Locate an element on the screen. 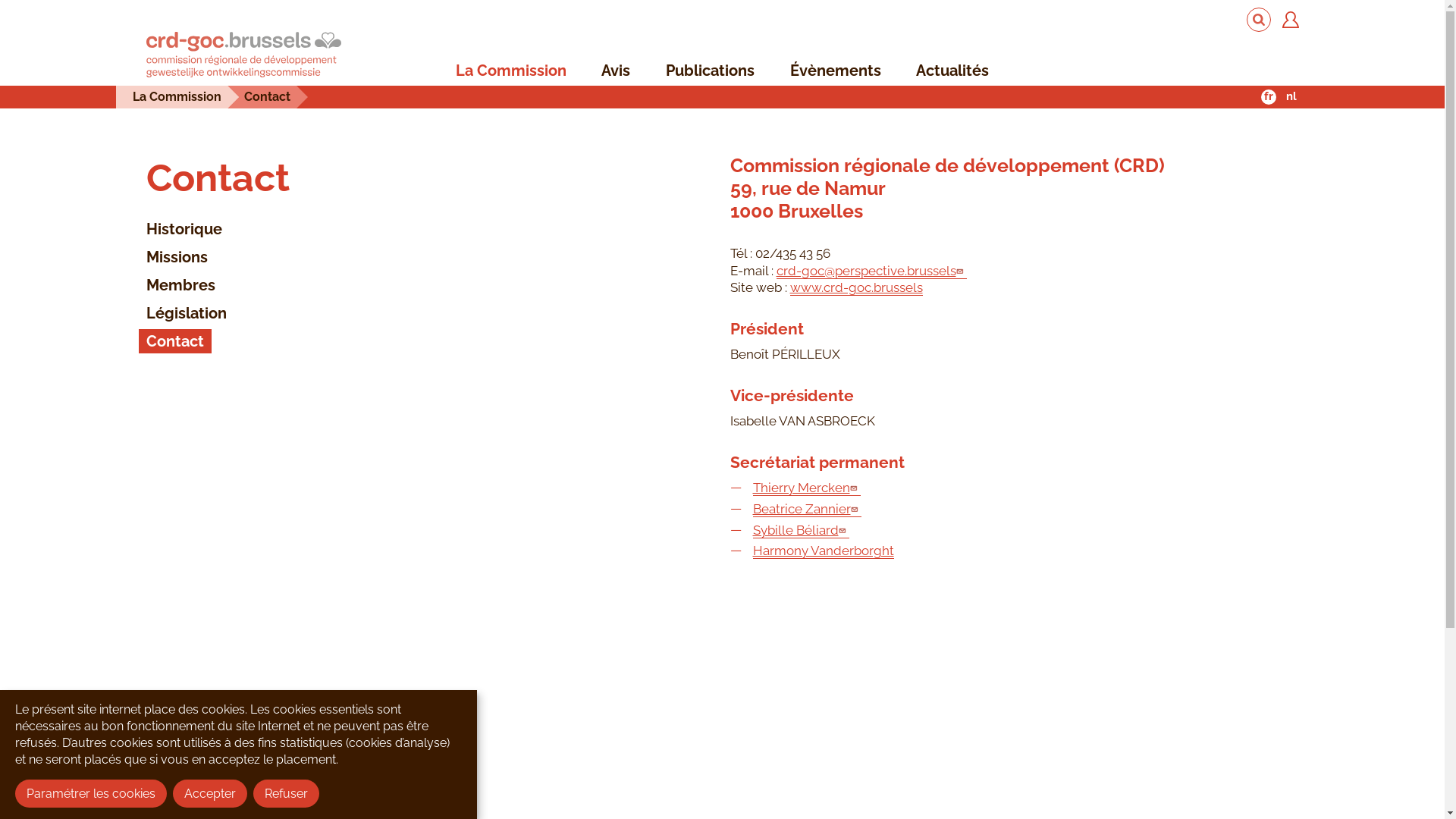  'La Commission' is located at coordinates (176, 96).